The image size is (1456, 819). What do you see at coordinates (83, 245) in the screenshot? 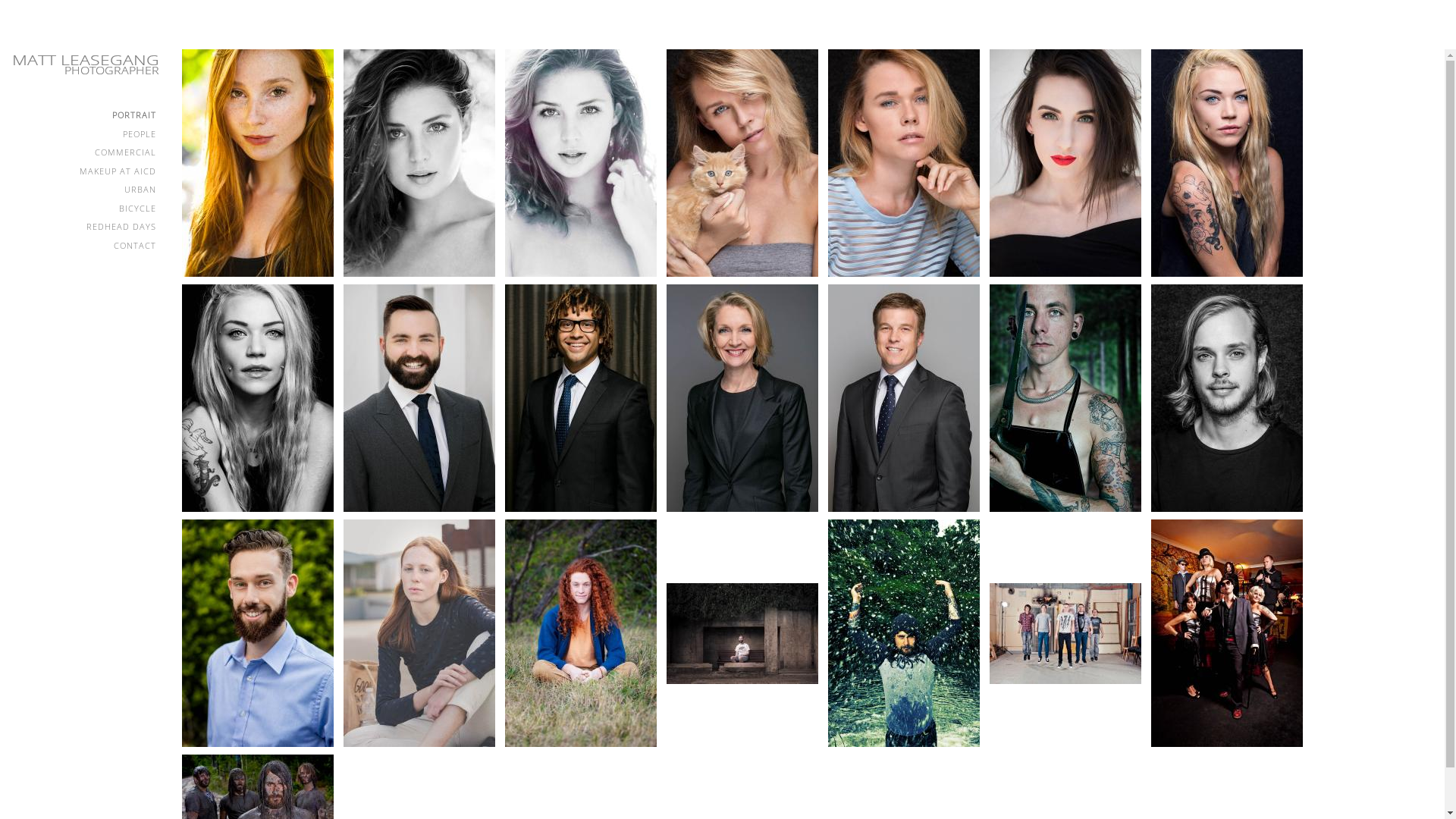
I see `'CONTACT'` at bounding box center [83, 245].